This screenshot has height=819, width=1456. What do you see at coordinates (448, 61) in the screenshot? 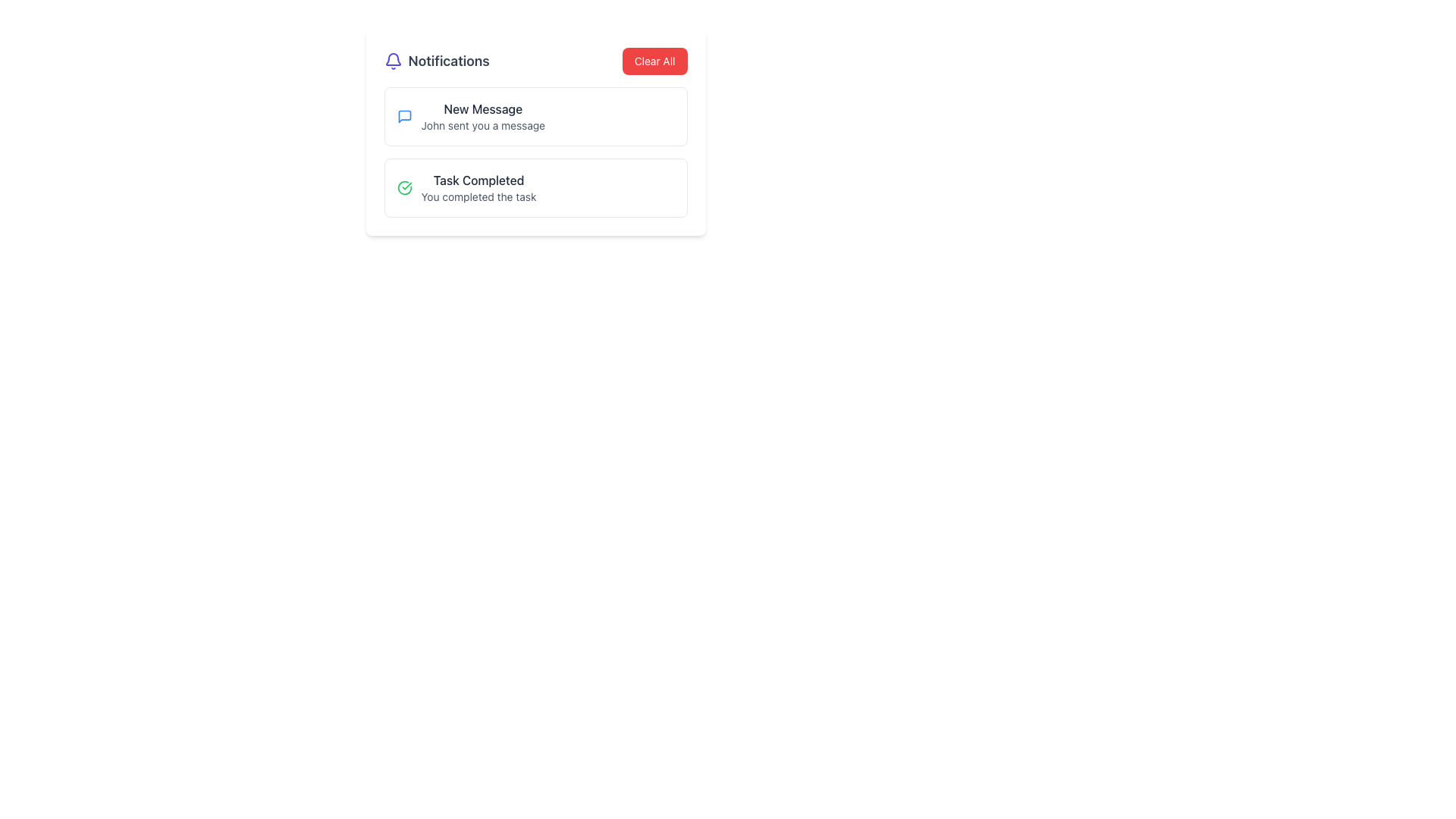
I see `the 'Notifications' text label which is displayed in bold, large dark gray font, positioned to the right of a bell icon` at bounding box center [448, 61].